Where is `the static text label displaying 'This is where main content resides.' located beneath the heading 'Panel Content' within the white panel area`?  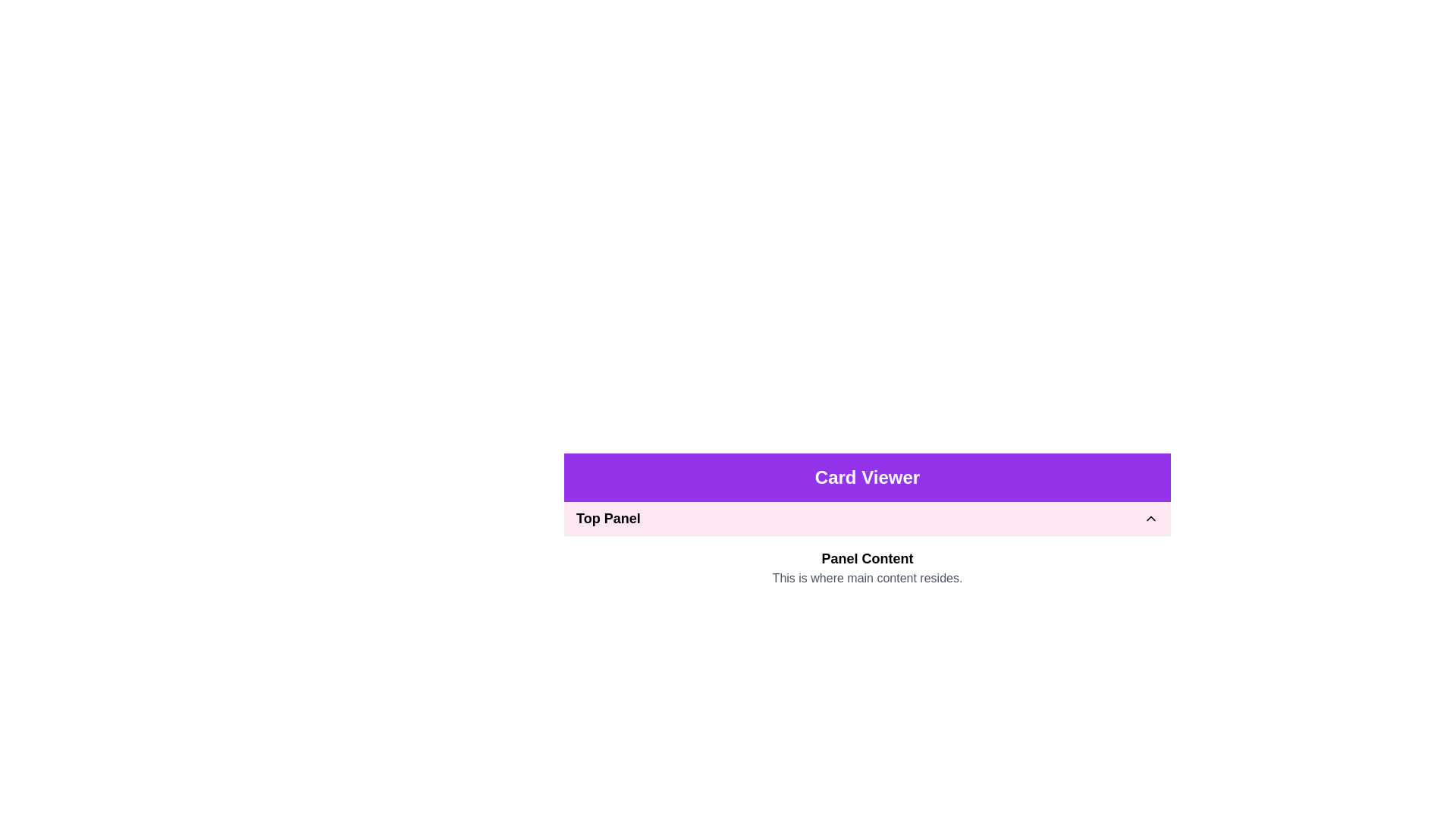 the static text label displaying 'This is where main content resides.' located beneath the heading 'Panel Content' within the white panel area is located at coordinates (867, 579).